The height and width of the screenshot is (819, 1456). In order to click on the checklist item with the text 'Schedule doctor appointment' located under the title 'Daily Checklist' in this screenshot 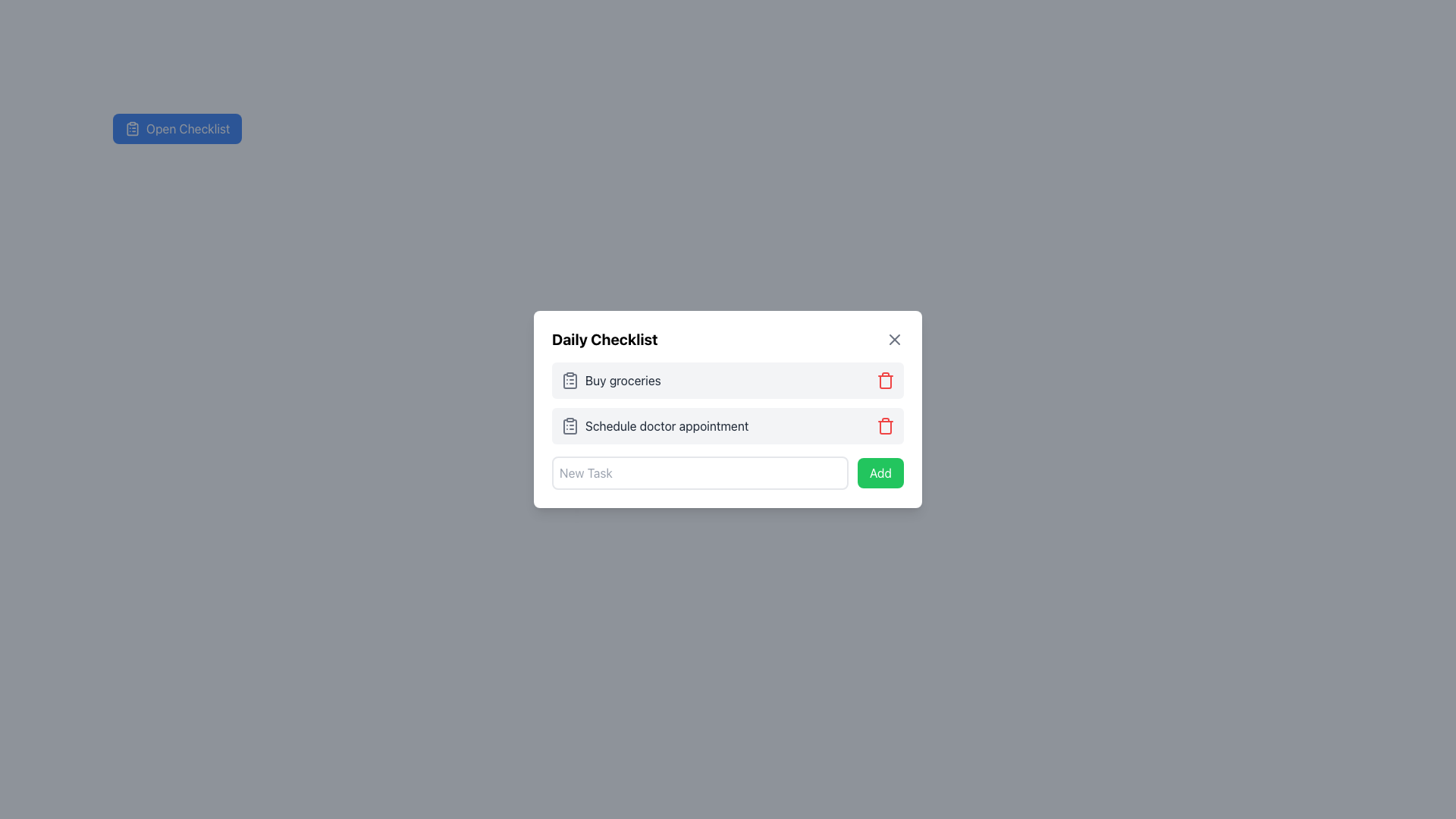, I will do `click(654, 426)`.